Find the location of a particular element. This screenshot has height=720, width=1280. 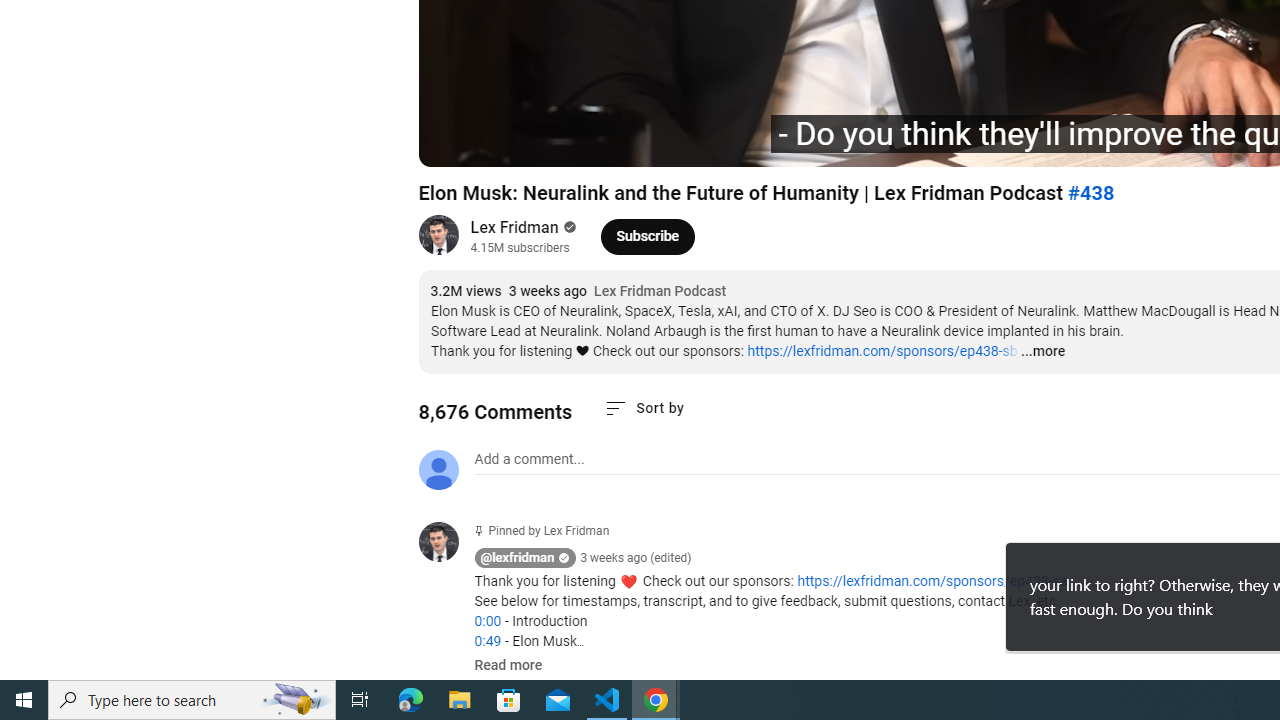

'Subscribe to Lex Fridman.' is located at coordinates (648, 235).